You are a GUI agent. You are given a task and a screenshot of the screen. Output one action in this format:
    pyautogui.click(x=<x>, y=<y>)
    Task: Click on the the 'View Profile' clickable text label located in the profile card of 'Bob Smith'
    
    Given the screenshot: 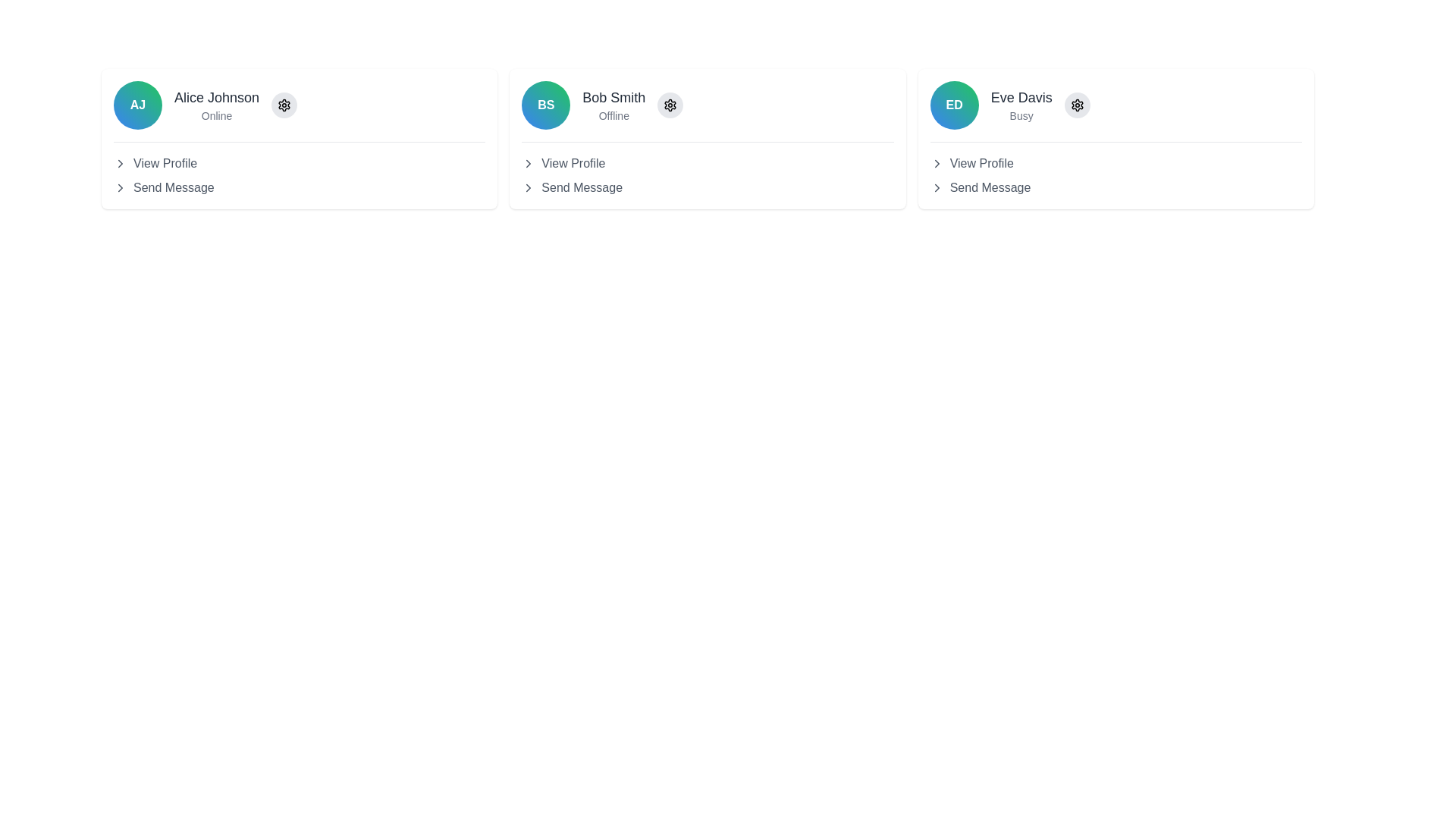 What is the action you would take?
    pyautogui.click(x=573, y=164)
    